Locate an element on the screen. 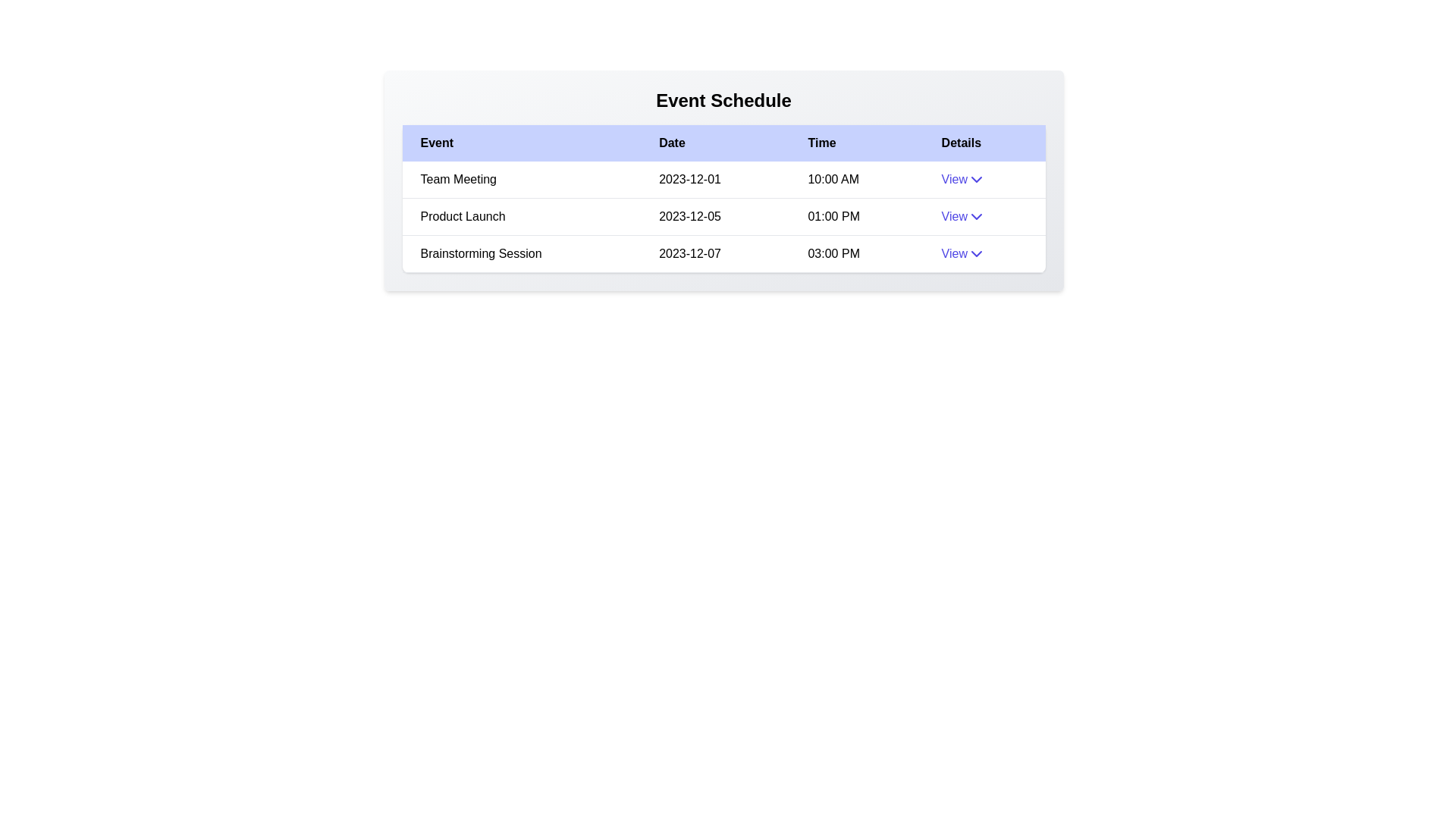 Image resolution: width=1456 pixels, height=819 pixels. the column header labeled 'Date' to sort the table by that column is located at coordinates (714, 143).